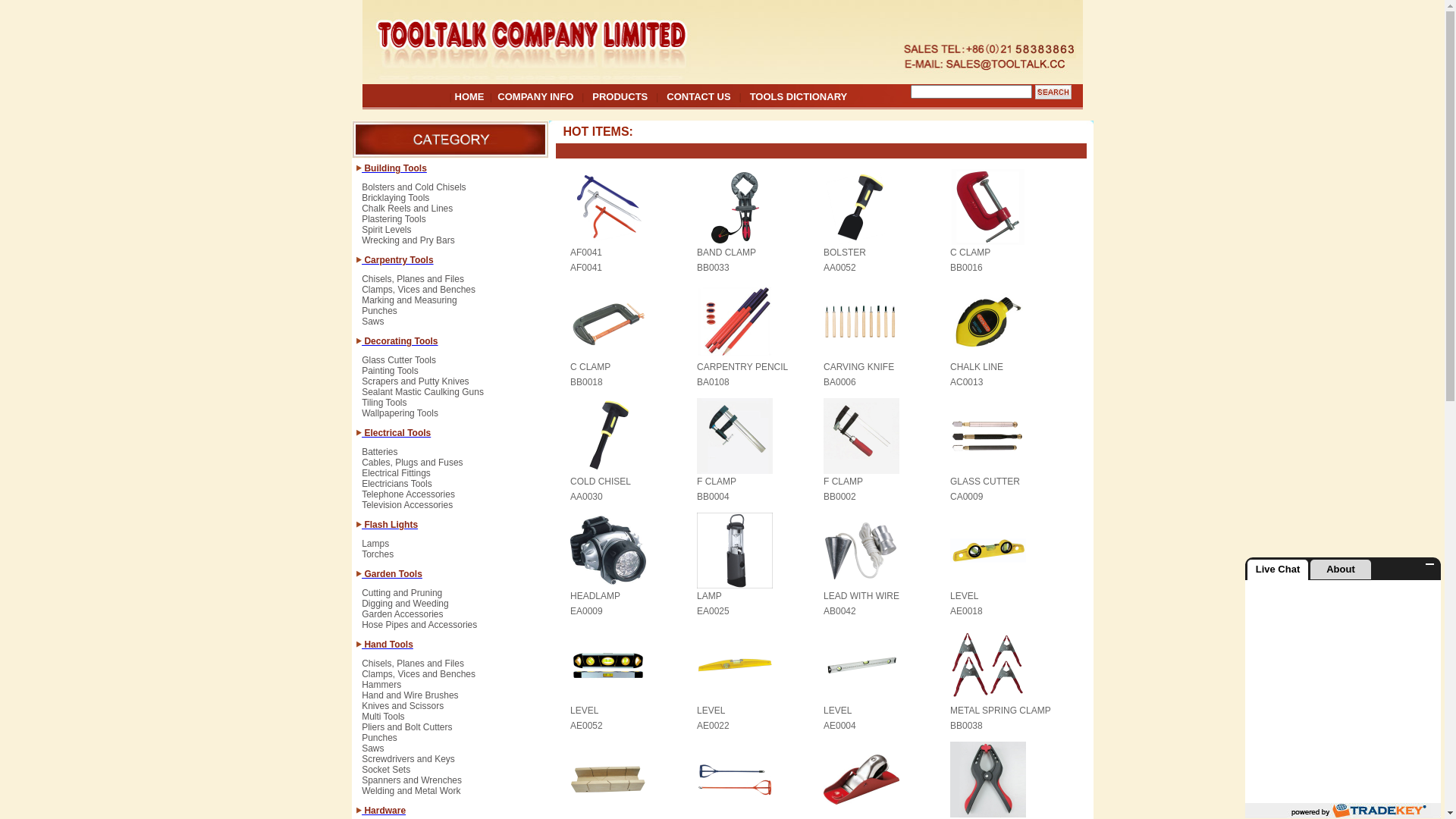  Describe the element at coordinates (413, 192) in the screenshot. I see `'Bolsters and Cold Chisels'` at that location.